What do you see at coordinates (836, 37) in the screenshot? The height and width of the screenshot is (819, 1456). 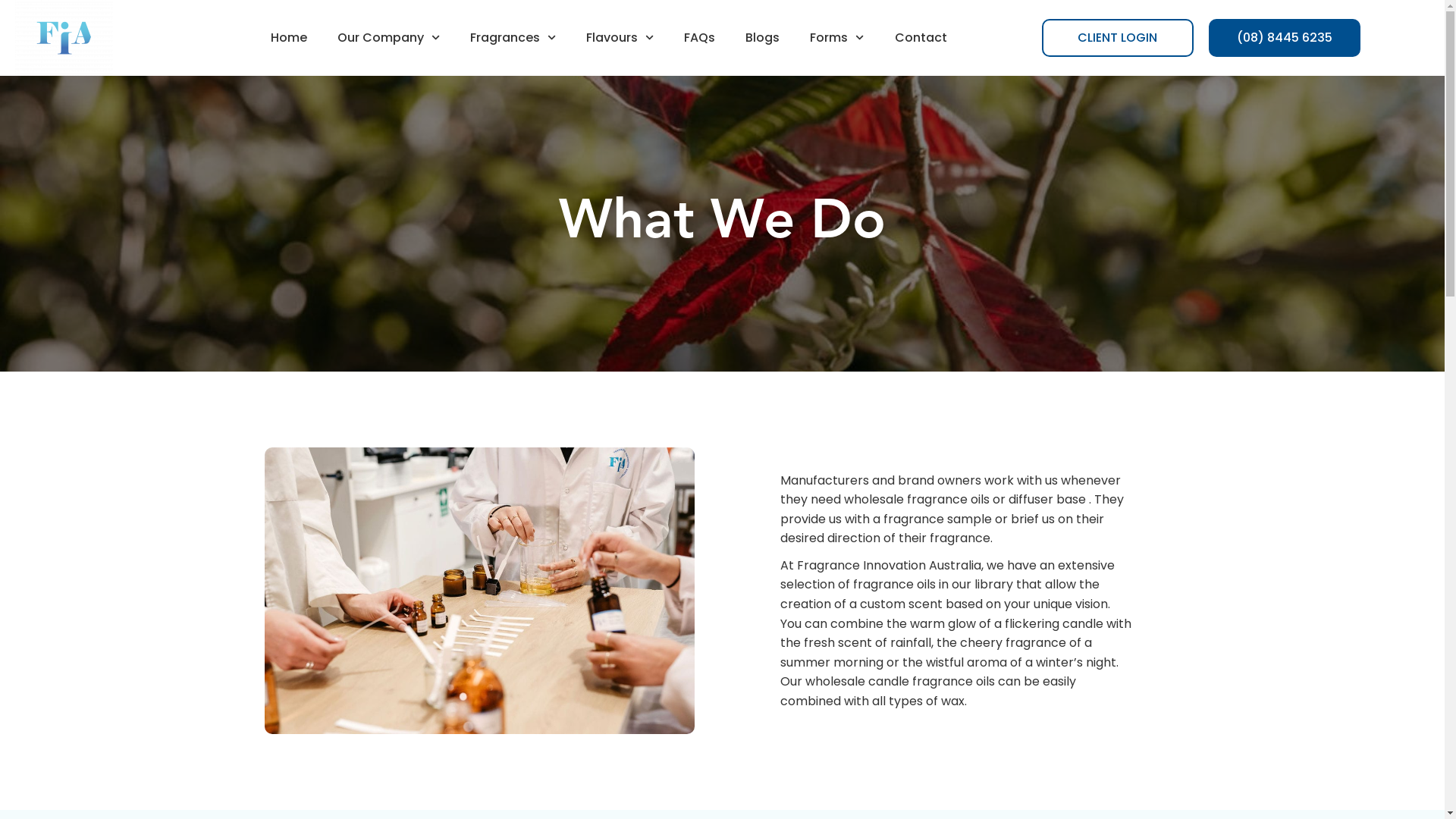 I see `'Forms'` at bounding box center [836, 37].